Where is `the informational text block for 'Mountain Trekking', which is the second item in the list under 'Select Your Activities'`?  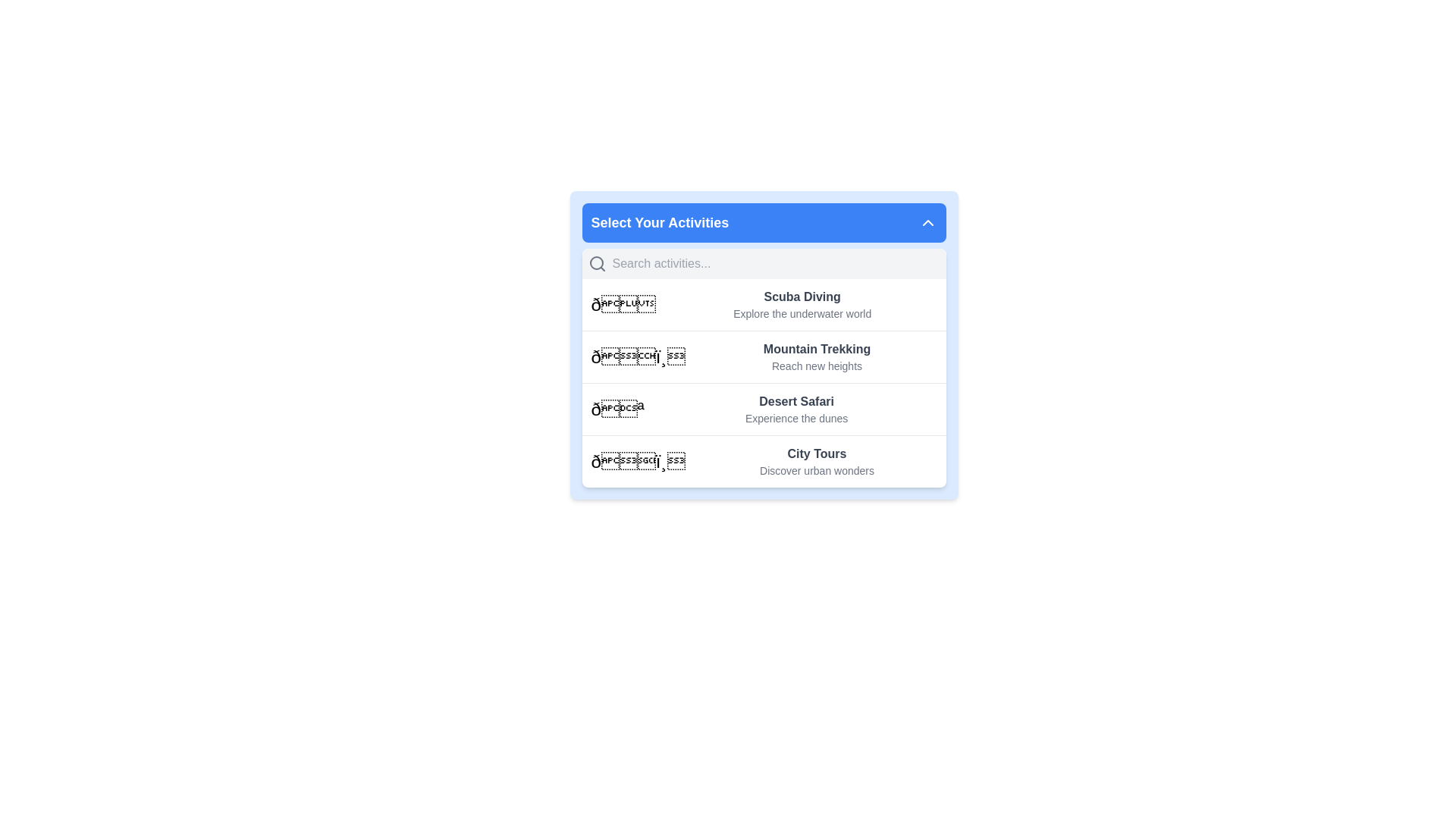
the informational text block for 'Mountain Trekking', which is the second item in the list under 'Select Your Activities' is located at coordinates (815, 356).